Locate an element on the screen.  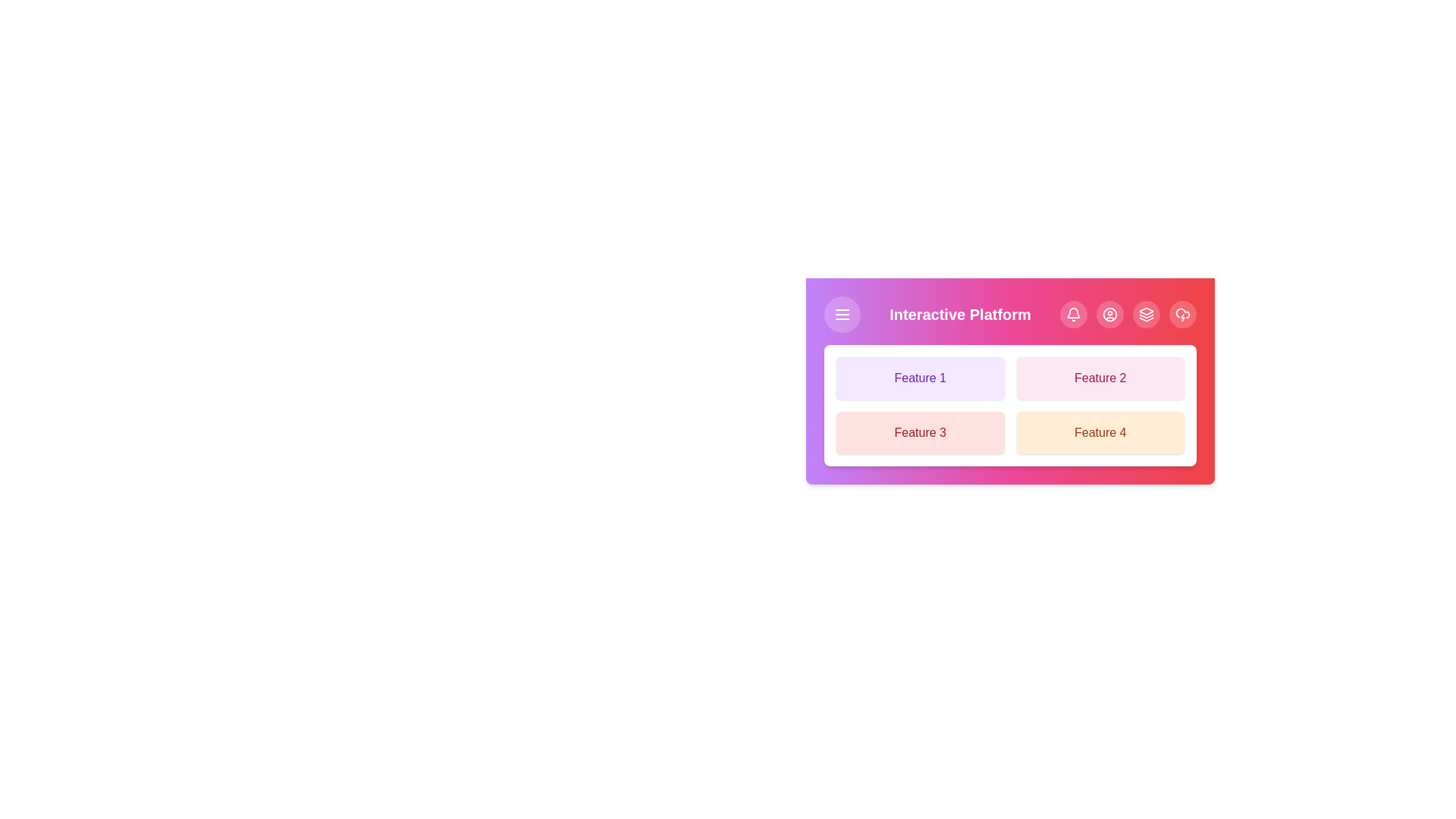
the feature button corresponding to Feature 1 is located at coordinates (919, 377).